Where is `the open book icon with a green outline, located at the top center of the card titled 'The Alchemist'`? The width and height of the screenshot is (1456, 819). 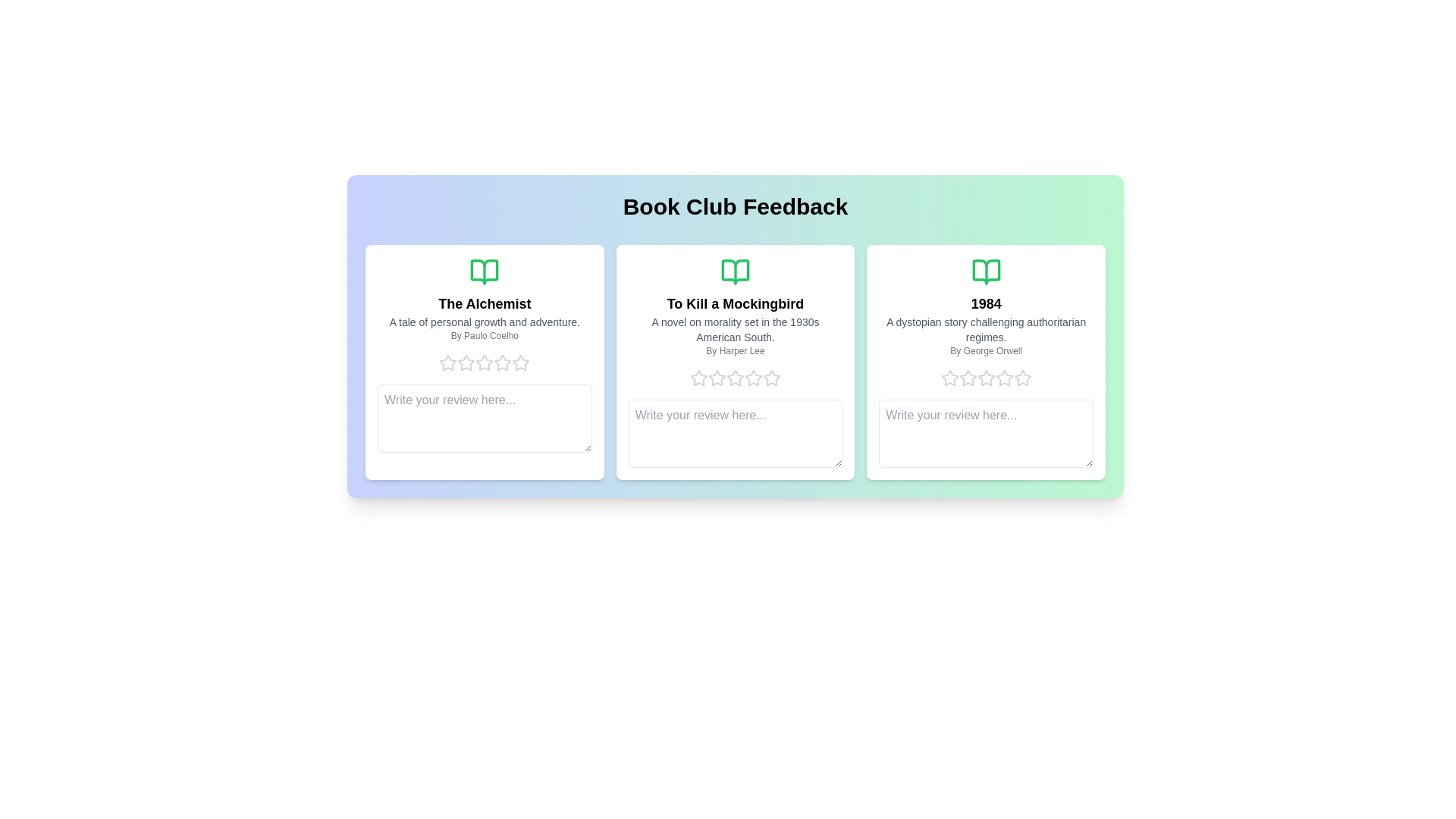
the open book icon with a green outline, located at the top center of the card titled 'The Alchemist' is located at coordinates (484, 271).